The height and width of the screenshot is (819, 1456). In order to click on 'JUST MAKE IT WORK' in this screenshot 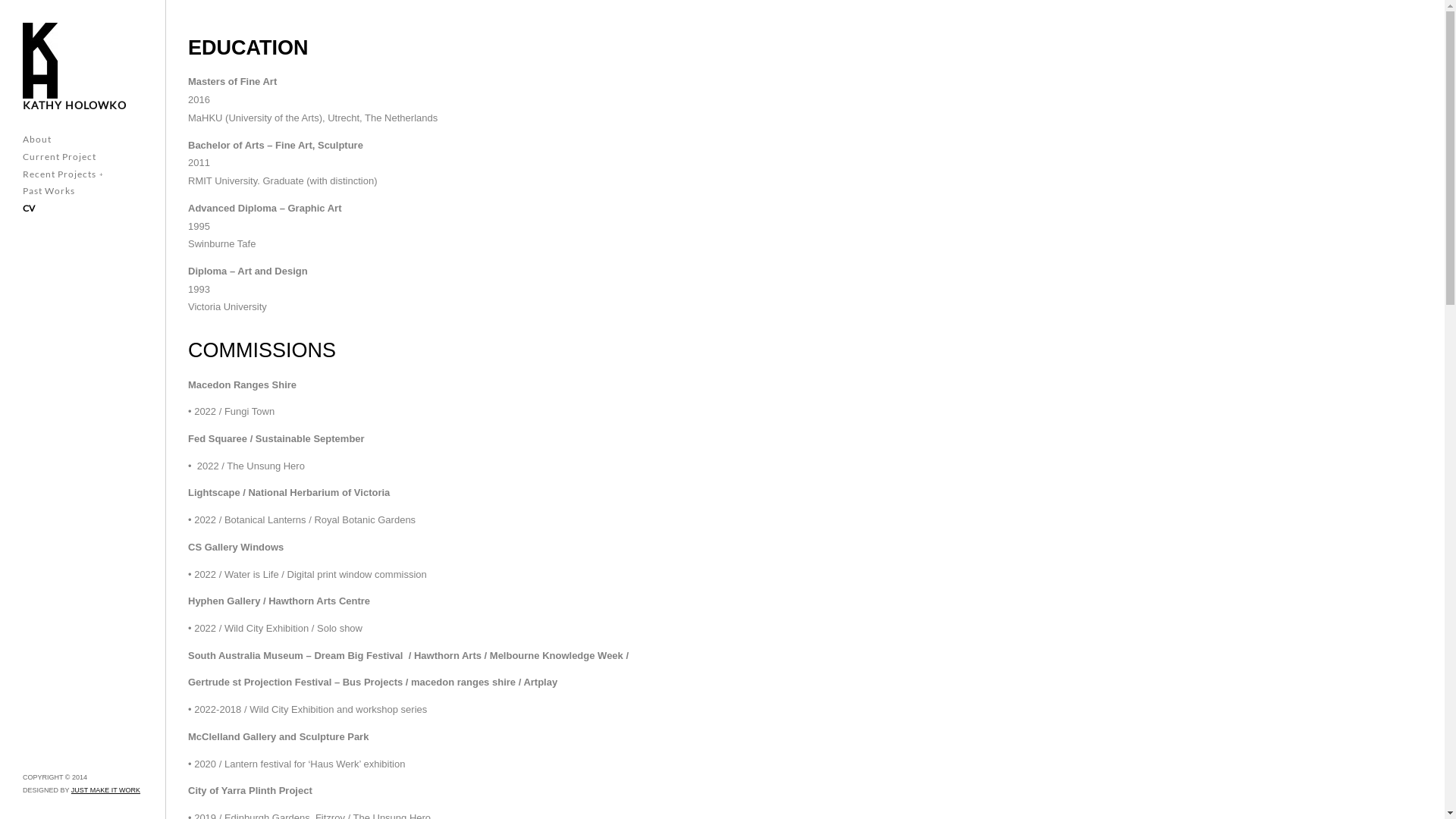, I will do `click(105, 789)`.